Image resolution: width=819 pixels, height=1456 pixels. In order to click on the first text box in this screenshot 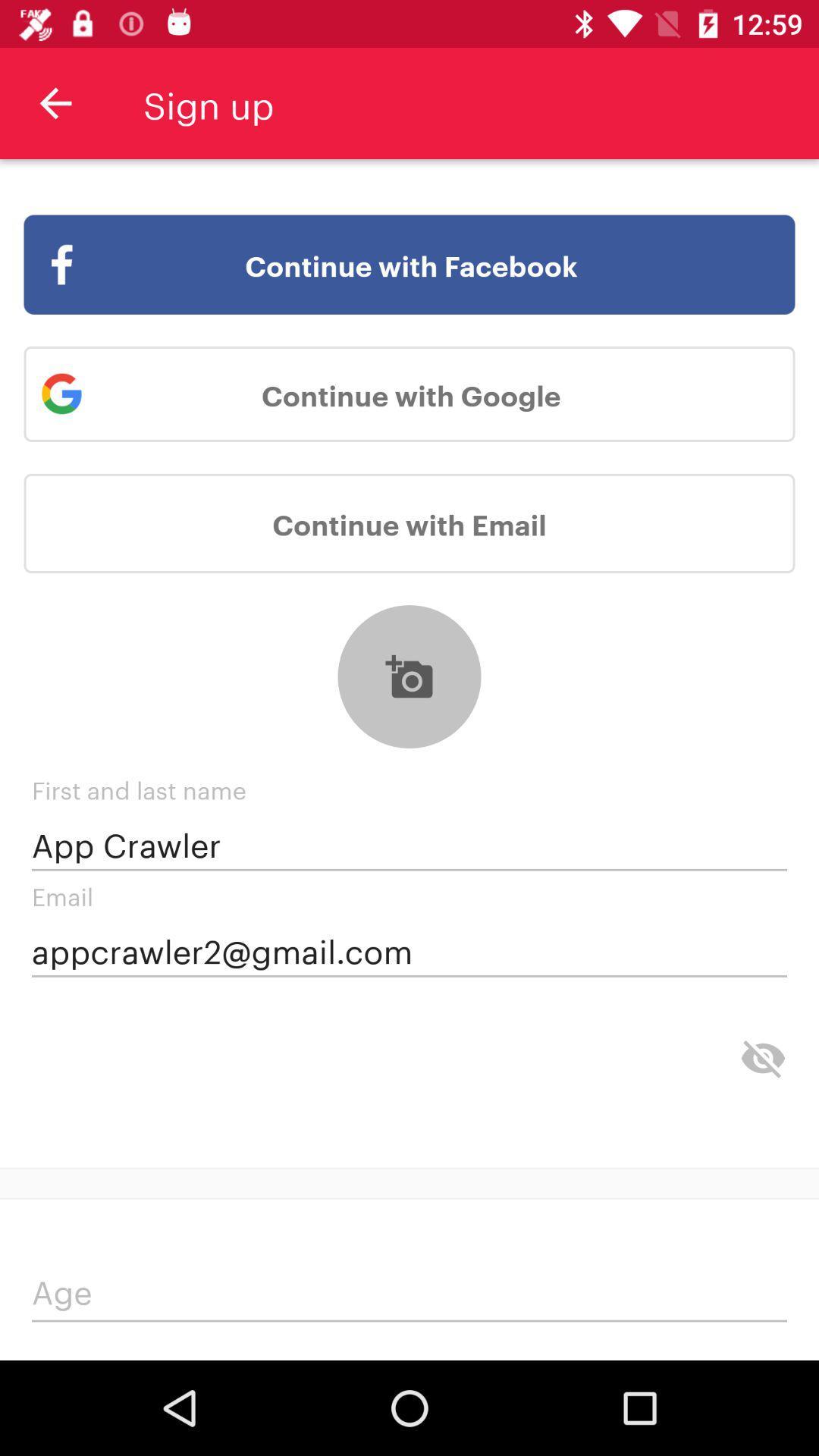, I will do `click(409, 843)`.